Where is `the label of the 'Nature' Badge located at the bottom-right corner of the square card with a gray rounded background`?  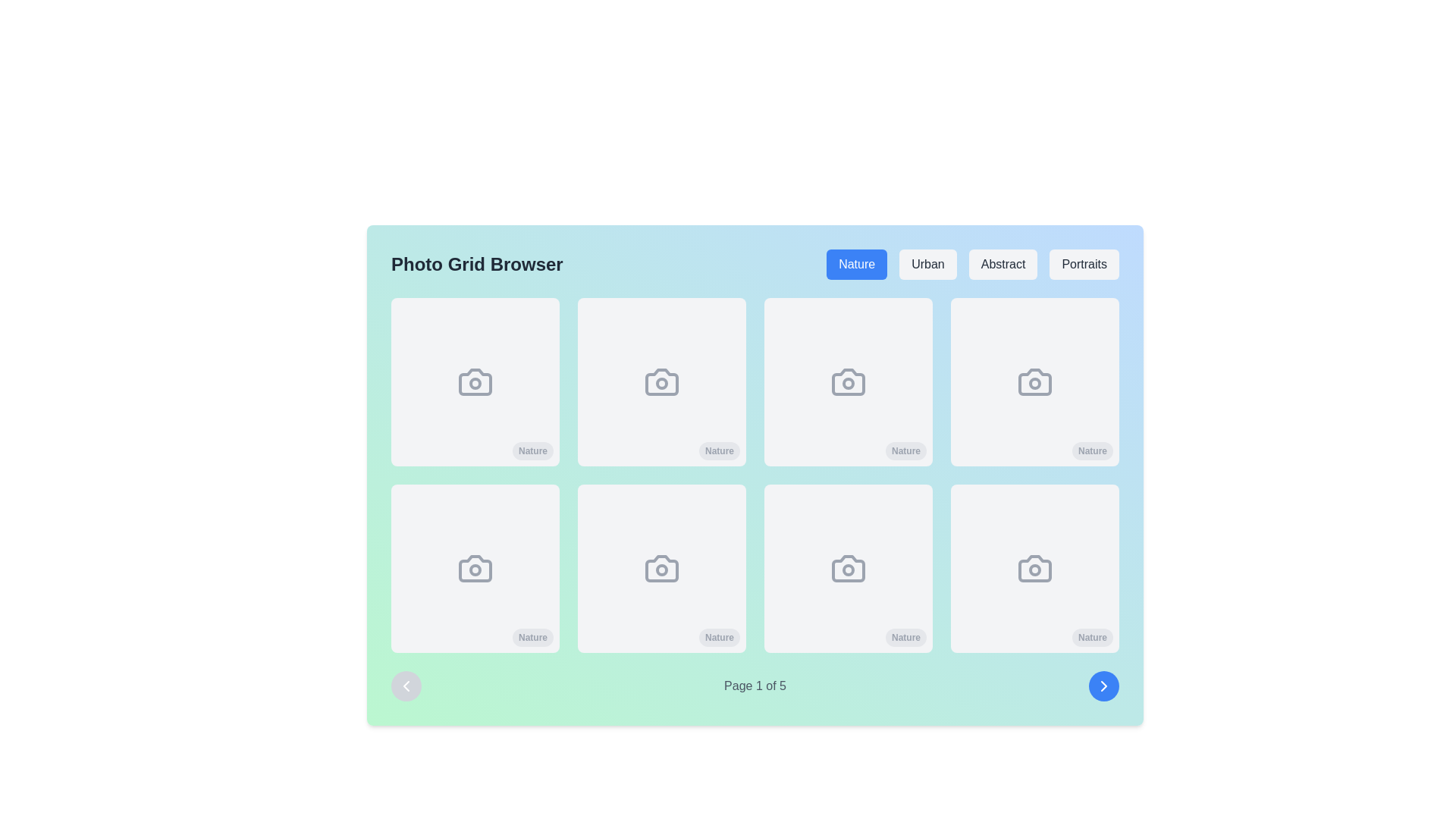
the label of the 'Nature' Badge located at the bottom-right corner of the square card with a gray rounded background is located at coordinates (1092, 450).